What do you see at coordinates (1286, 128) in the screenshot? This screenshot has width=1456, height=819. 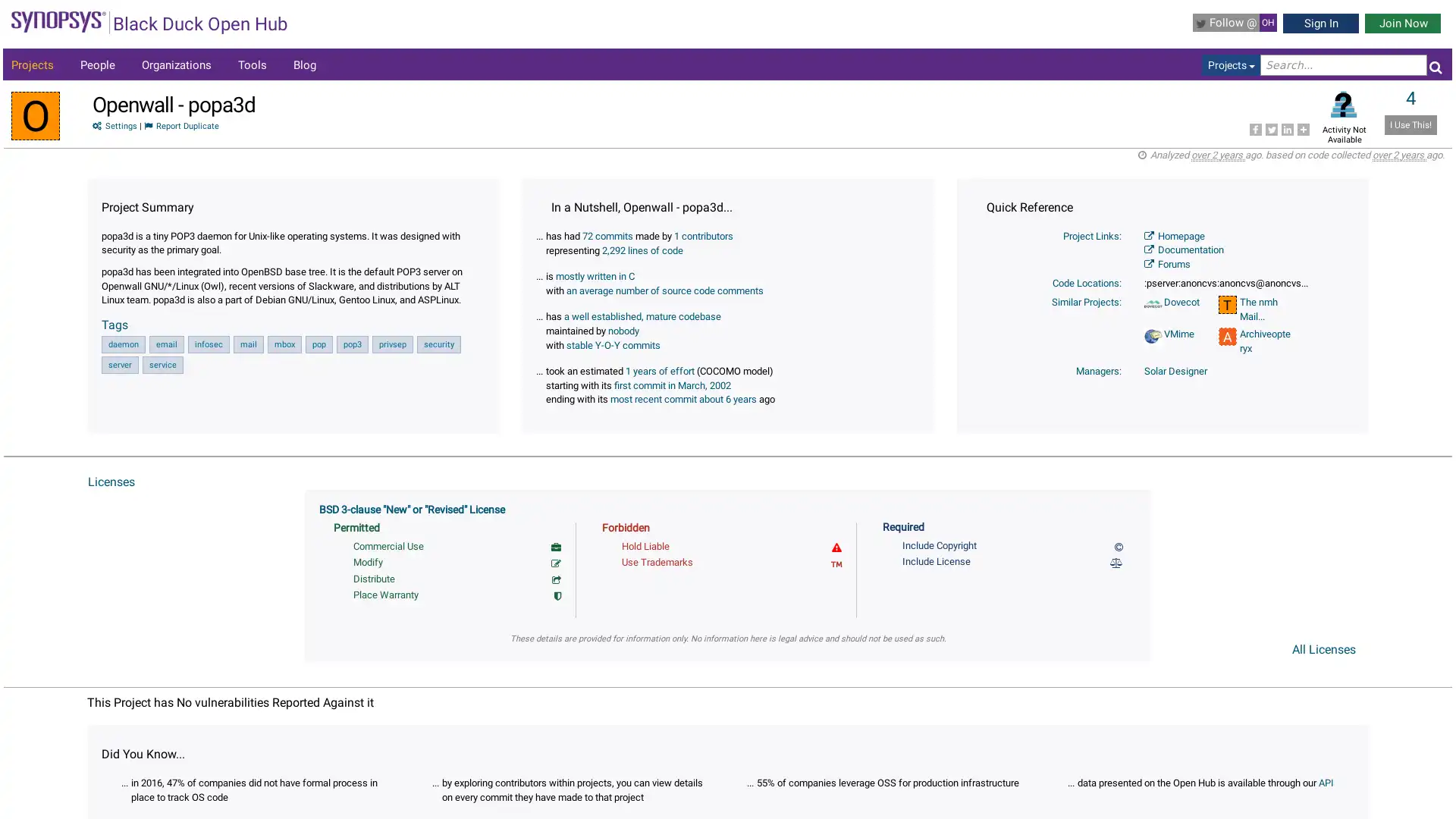 I see `Share to LinkedIn` at bounding box center [1286, 128].